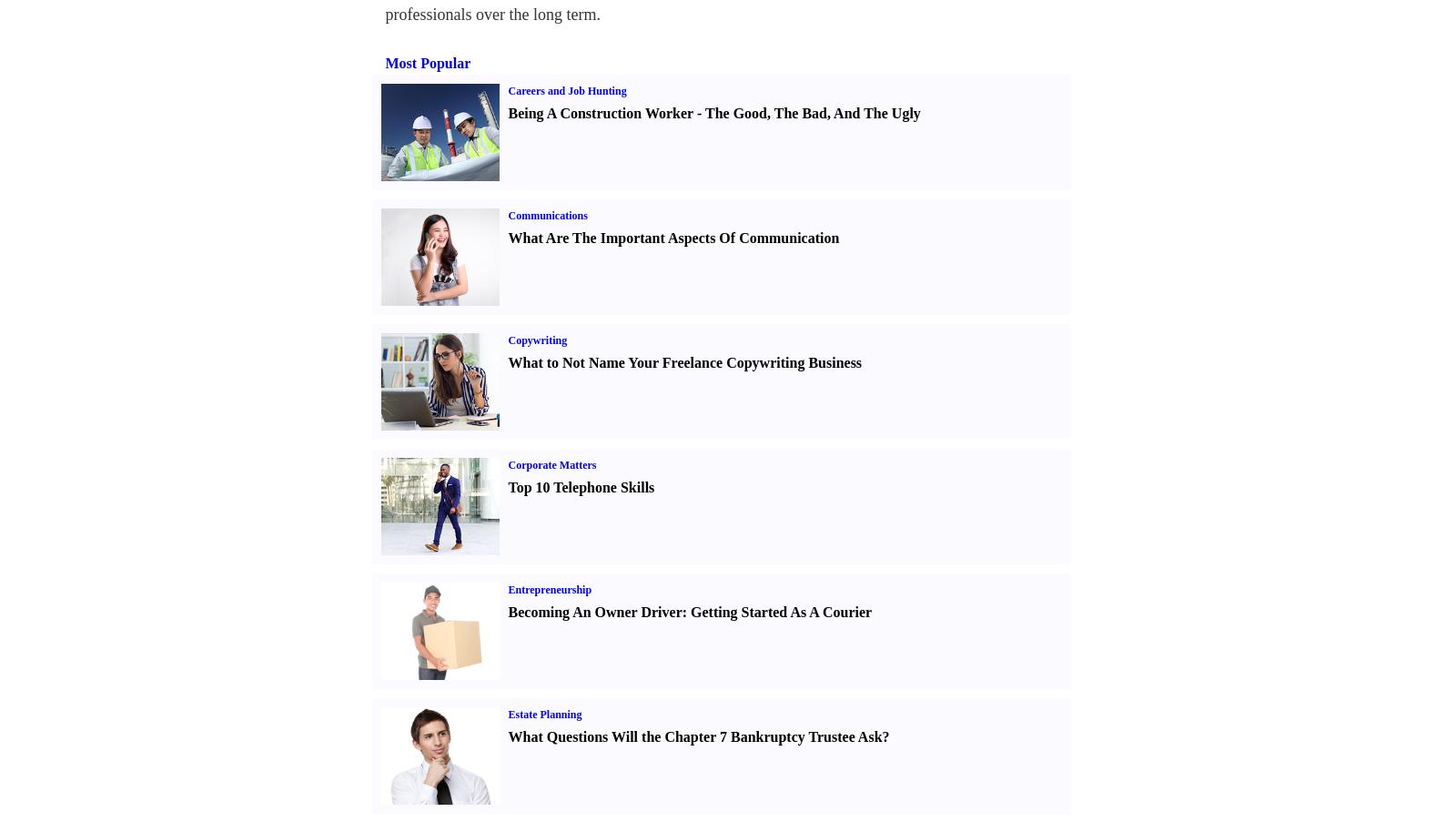 This screenshot has width=1456, height=822. What do you see at coordinates (600, 113) in the screenshot?
I see `'Being A Construction Worker'` at bounding box center [600, 113].